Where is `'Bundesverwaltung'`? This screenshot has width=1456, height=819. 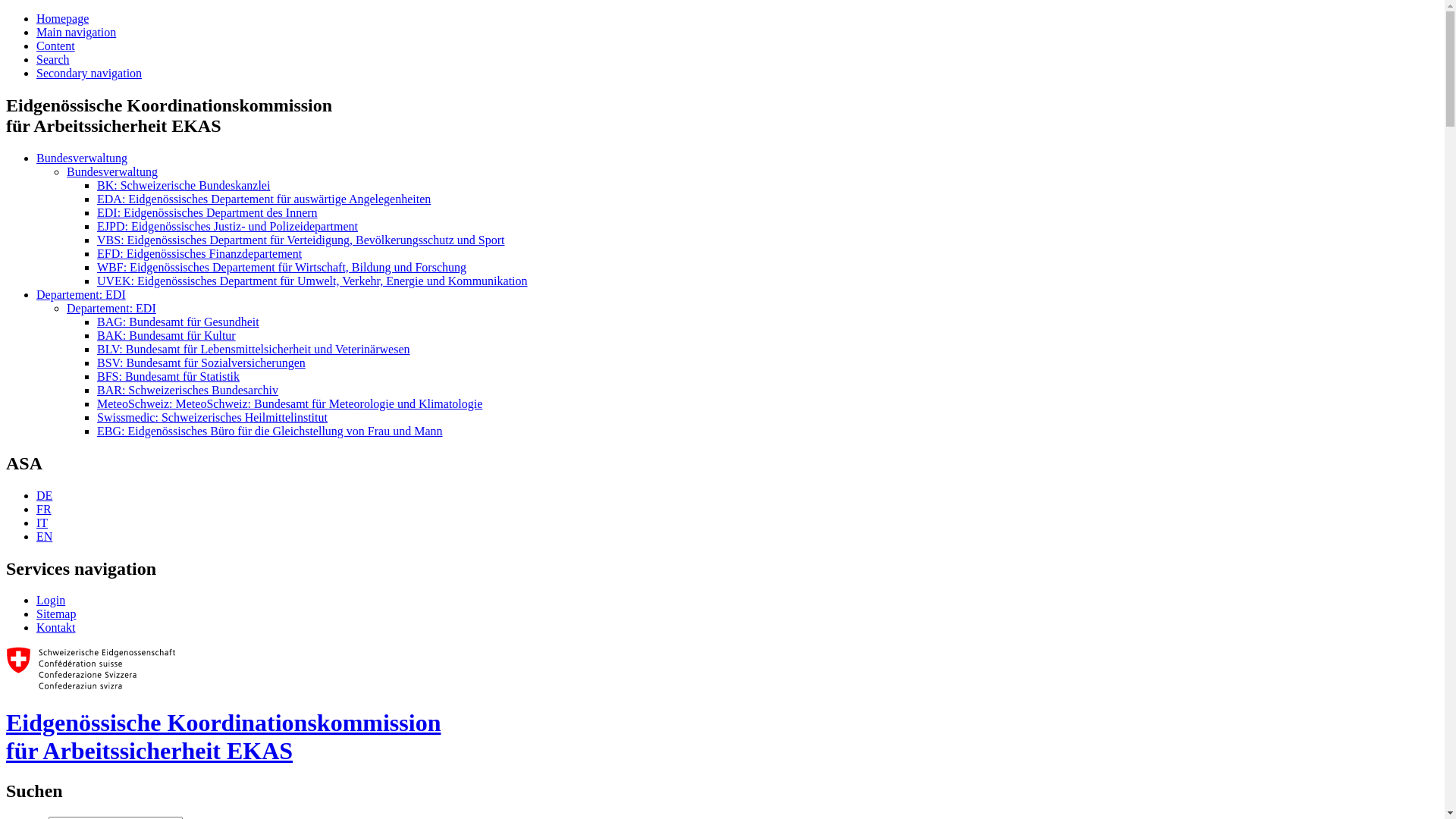
'Bundesverwaltung' is located at coordinates (111, 171).